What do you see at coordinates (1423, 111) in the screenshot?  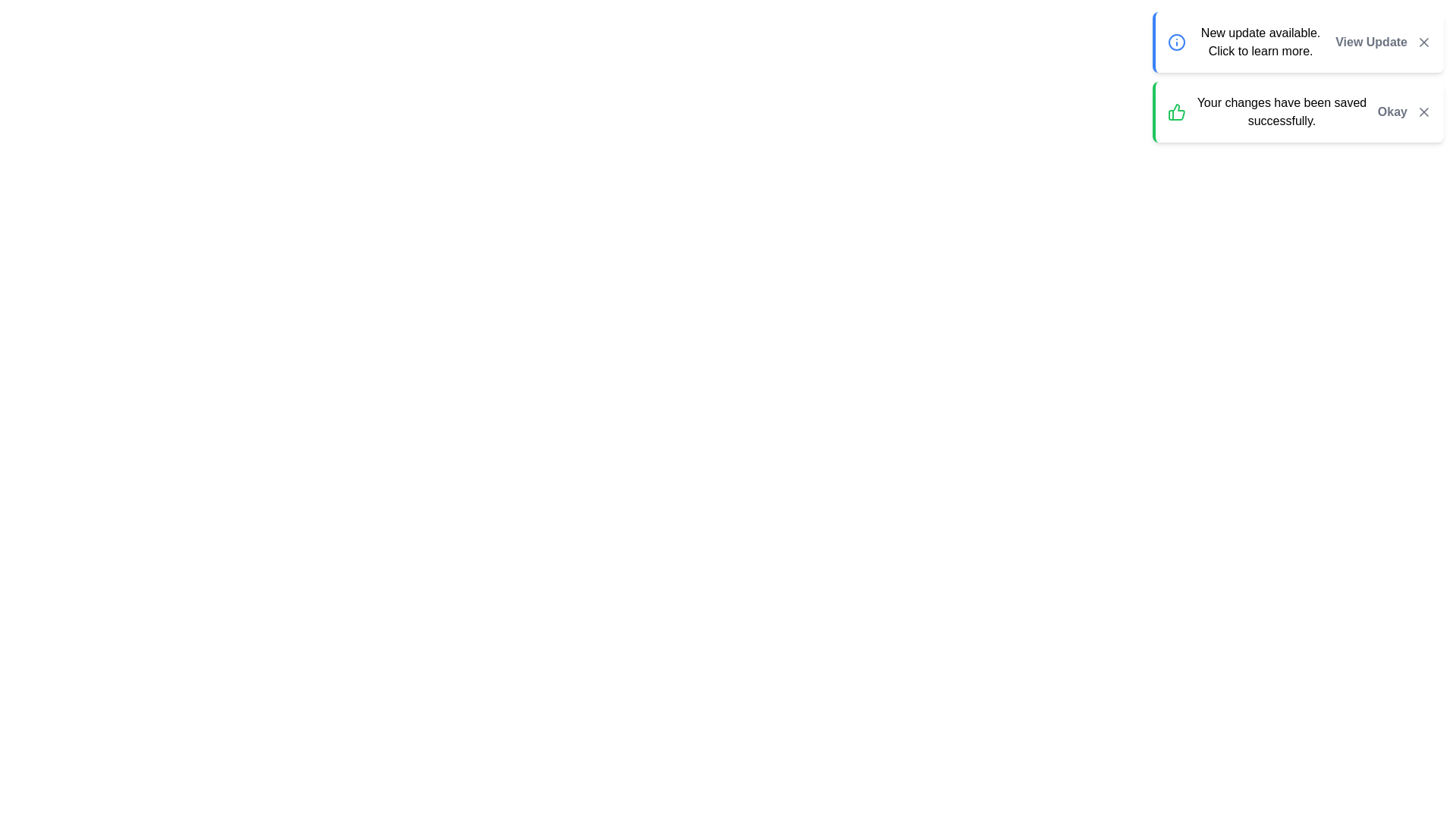 I see `the 'X' button located at the far-right of the notification panel to observe hover effects` at bounding box center [1423, 111].